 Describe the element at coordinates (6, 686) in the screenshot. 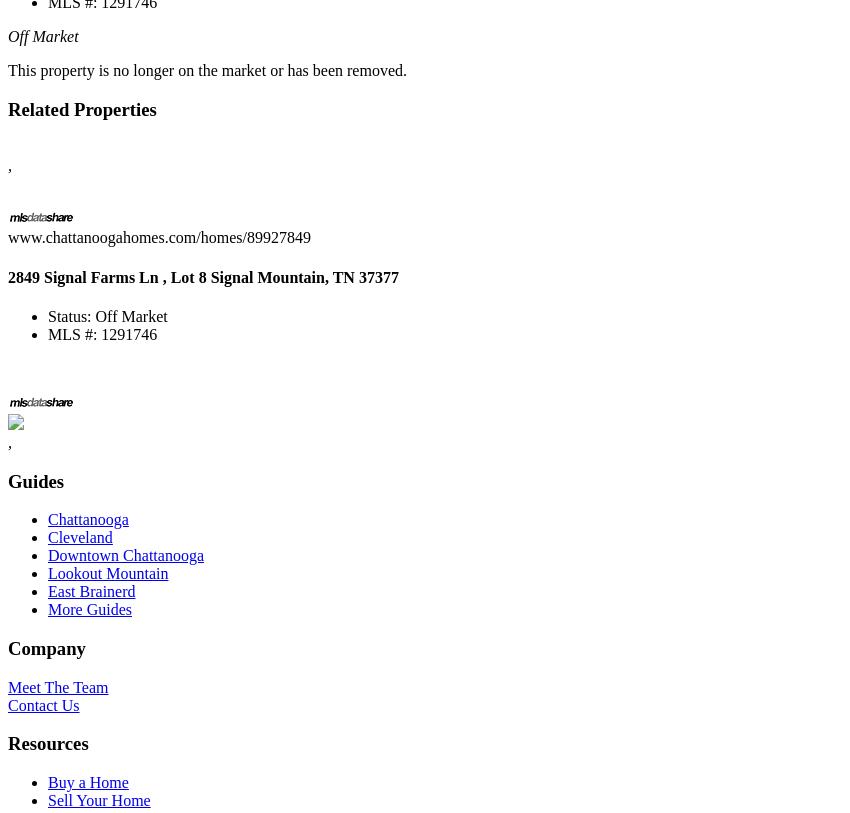

I see `'Meet The Team'` at that location.